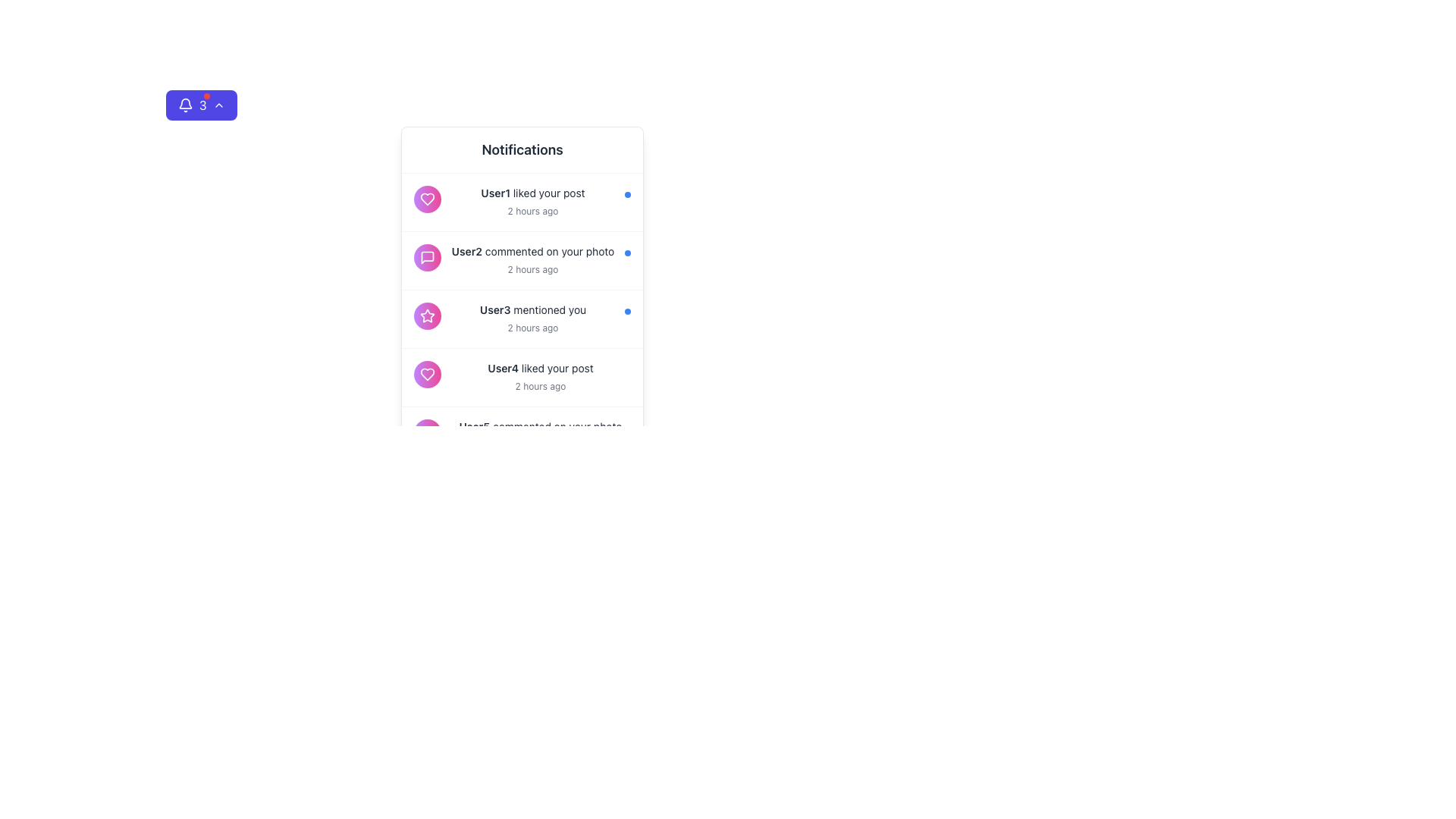 Image resolution: width=1456 pixels, height=819 pixels. Describe the element at coordinates (532, 327) in the screenshot. I see `light gray text label that displays '2 hours ago', which is positioned below the main notification text 'User3 mentioned you' in the third entry of the notification list` at that location.